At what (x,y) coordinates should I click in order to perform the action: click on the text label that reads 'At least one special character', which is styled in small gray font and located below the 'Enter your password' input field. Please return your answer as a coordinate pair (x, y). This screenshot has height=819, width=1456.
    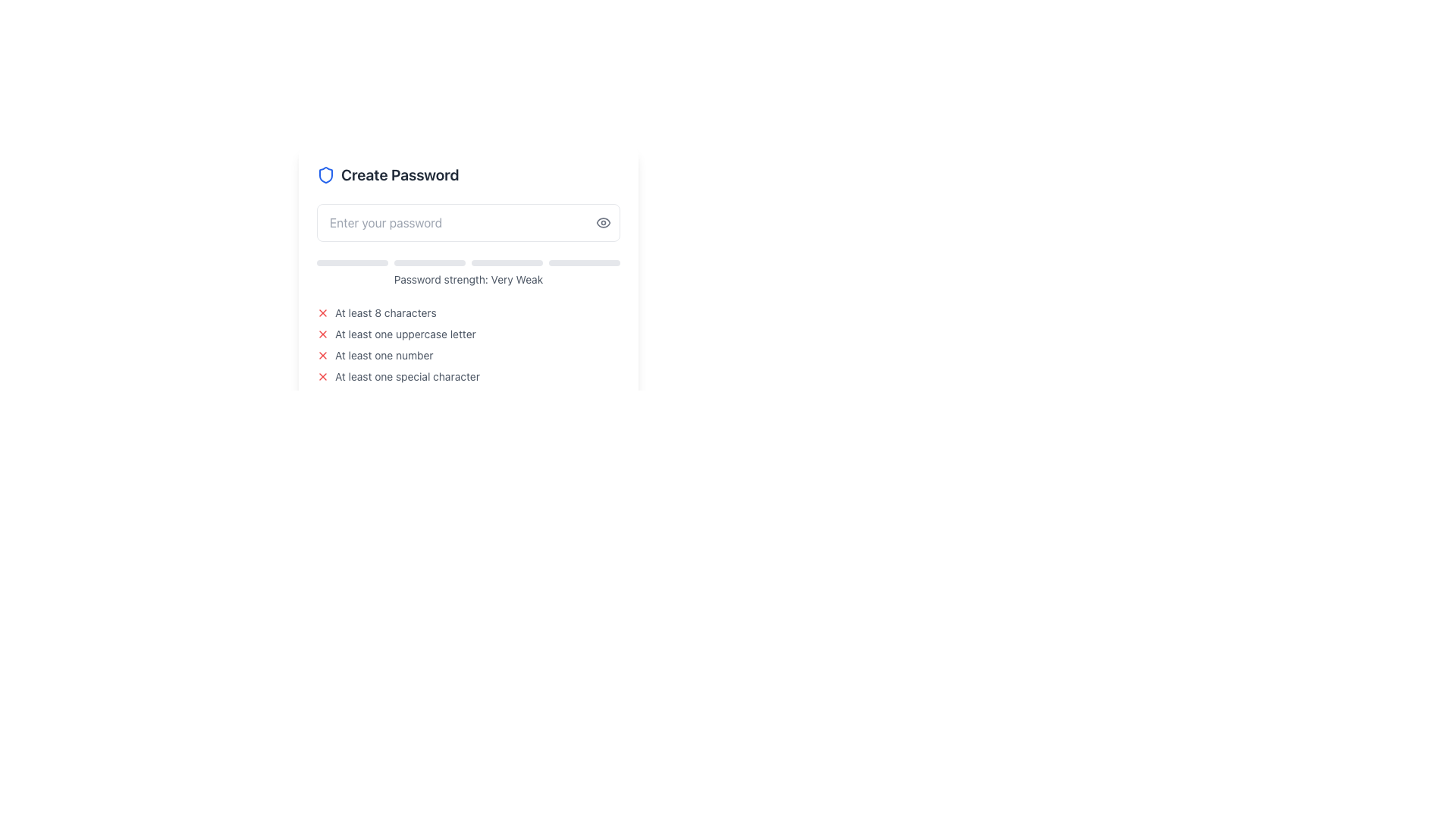
    Looking at the image, I should click on (407, 376).